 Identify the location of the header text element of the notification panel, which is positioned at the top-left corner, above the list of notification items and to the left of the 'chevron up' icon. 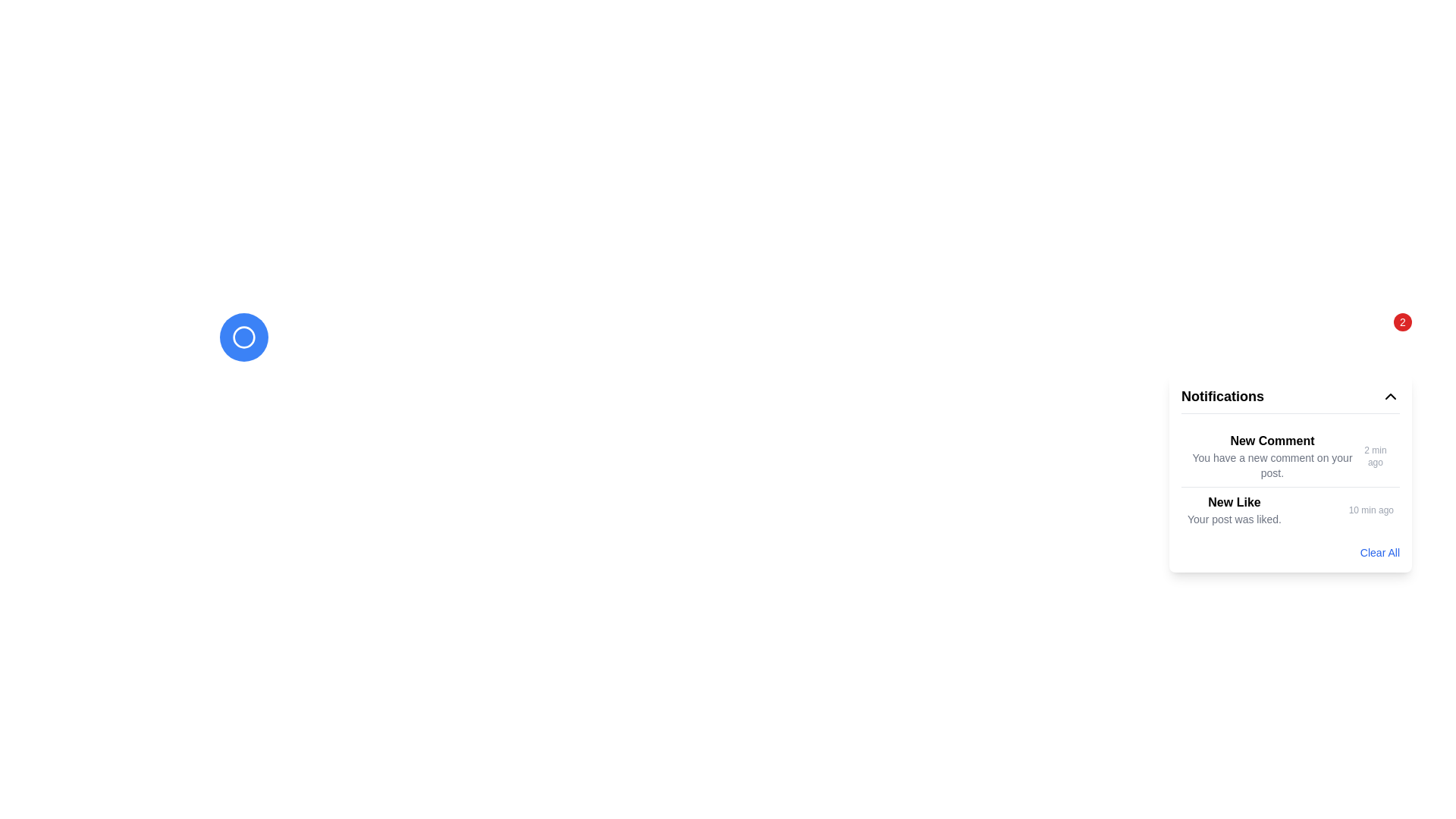
(1222, 396).